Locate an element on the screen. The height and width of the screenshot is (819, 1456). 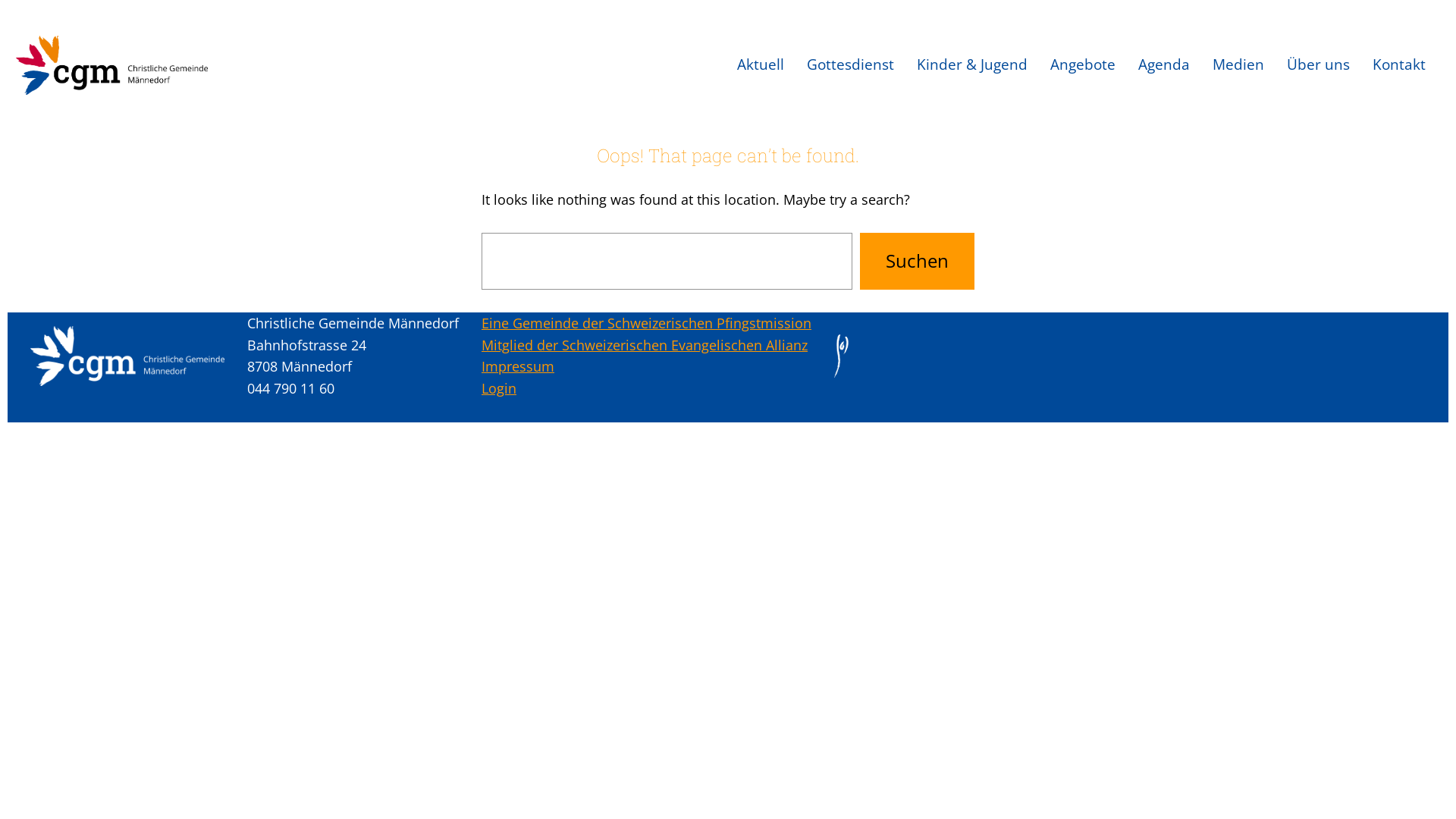
'Suchen' is located at coordinates (916, 259).